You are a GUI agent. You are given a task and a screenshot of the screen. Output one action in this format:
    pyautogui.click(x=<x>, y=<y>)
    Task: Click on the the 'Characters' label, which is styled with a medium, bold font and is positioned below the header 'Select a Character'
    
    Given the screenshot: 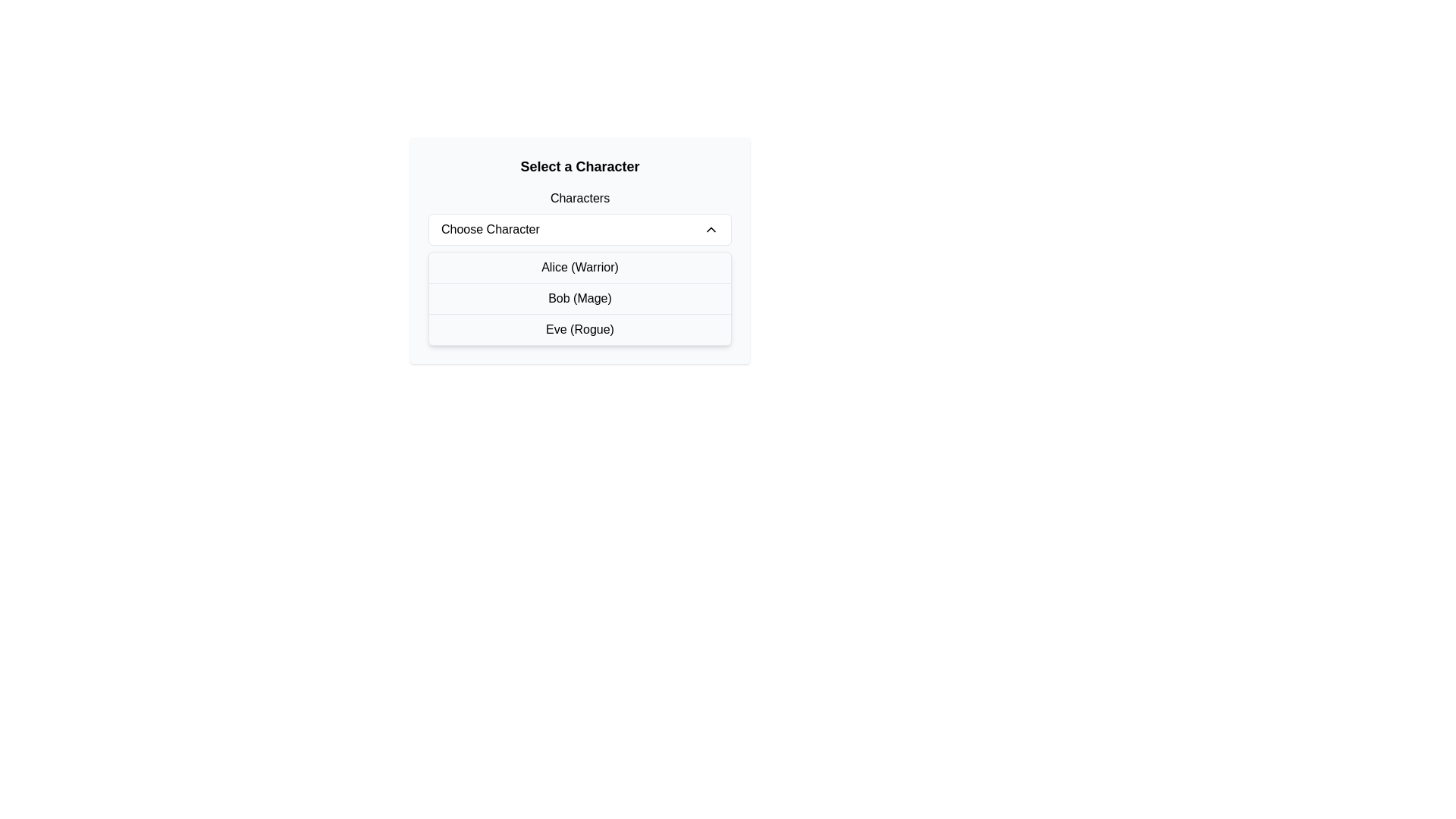 What is the action you would take?
    pyautogui.click(x=579, y=198)
    